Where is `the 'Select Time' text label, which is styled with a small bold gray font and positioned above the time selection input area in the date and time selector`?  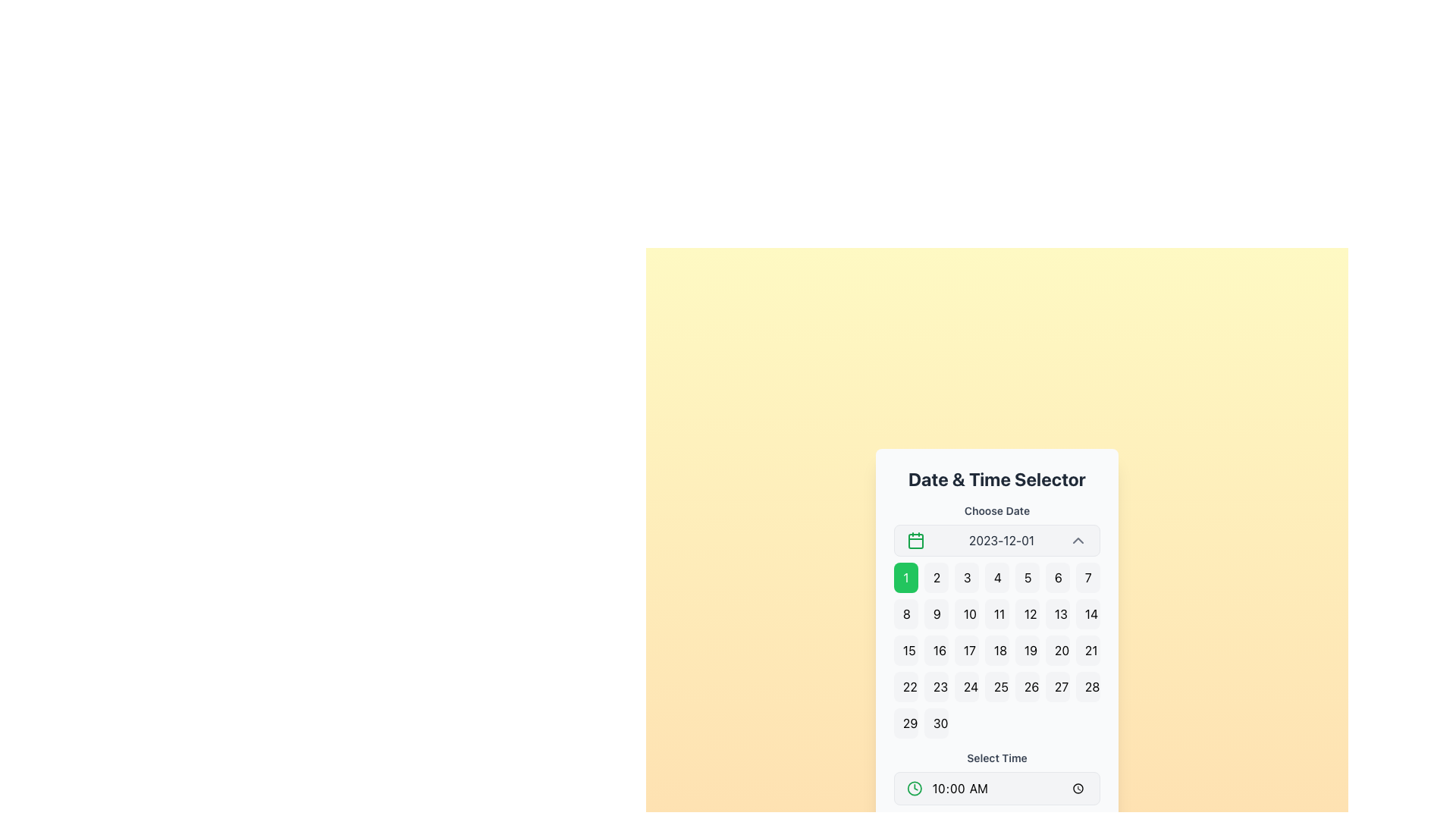 the 'Select Time' text label, which is styled with a small bold gray font and positioned above the time selection input area in the date and time selector is located at coordinates (997, 758).